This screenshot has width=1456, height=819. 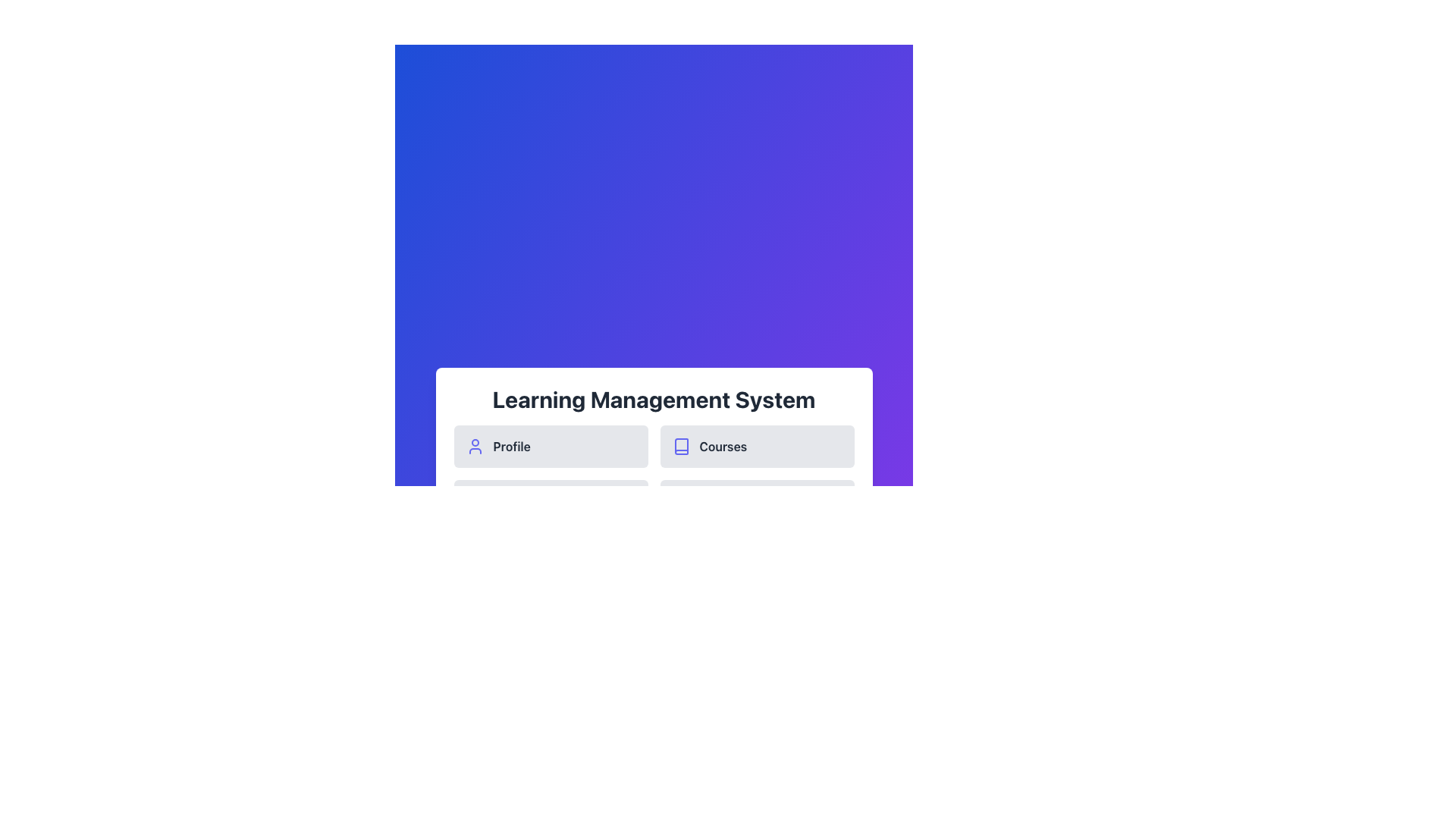 I want to click on text label that describes the option to access or view the user's profile information, positioned in the top-left portion of the panel, adjacent to the user icon, so click(x=512, y=446).